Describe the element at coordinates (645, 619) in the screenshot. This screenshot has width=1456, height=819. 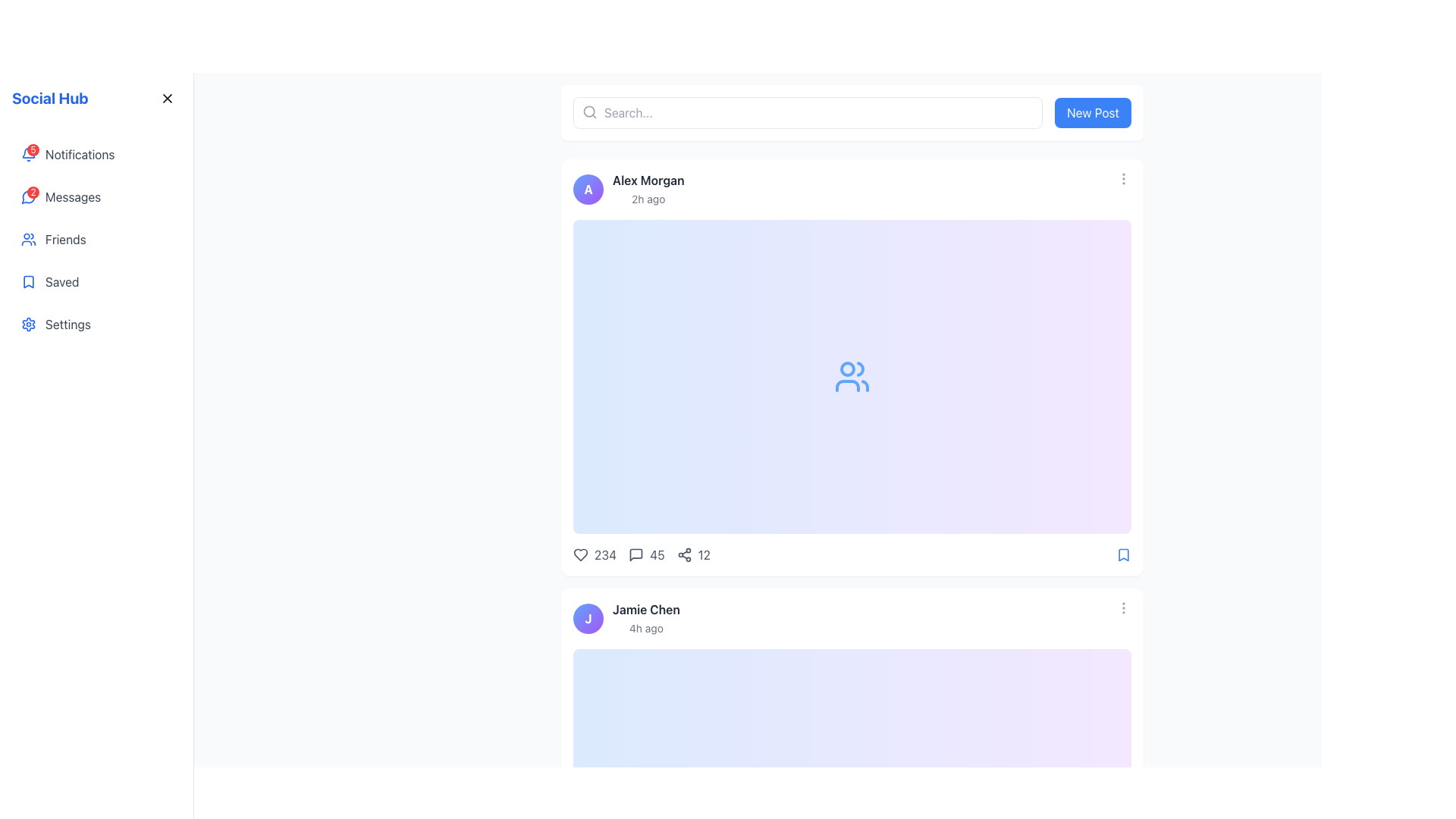
I see `the text display showing the user's name 'Jamie Chen' and the time '4h ago'` at that location.